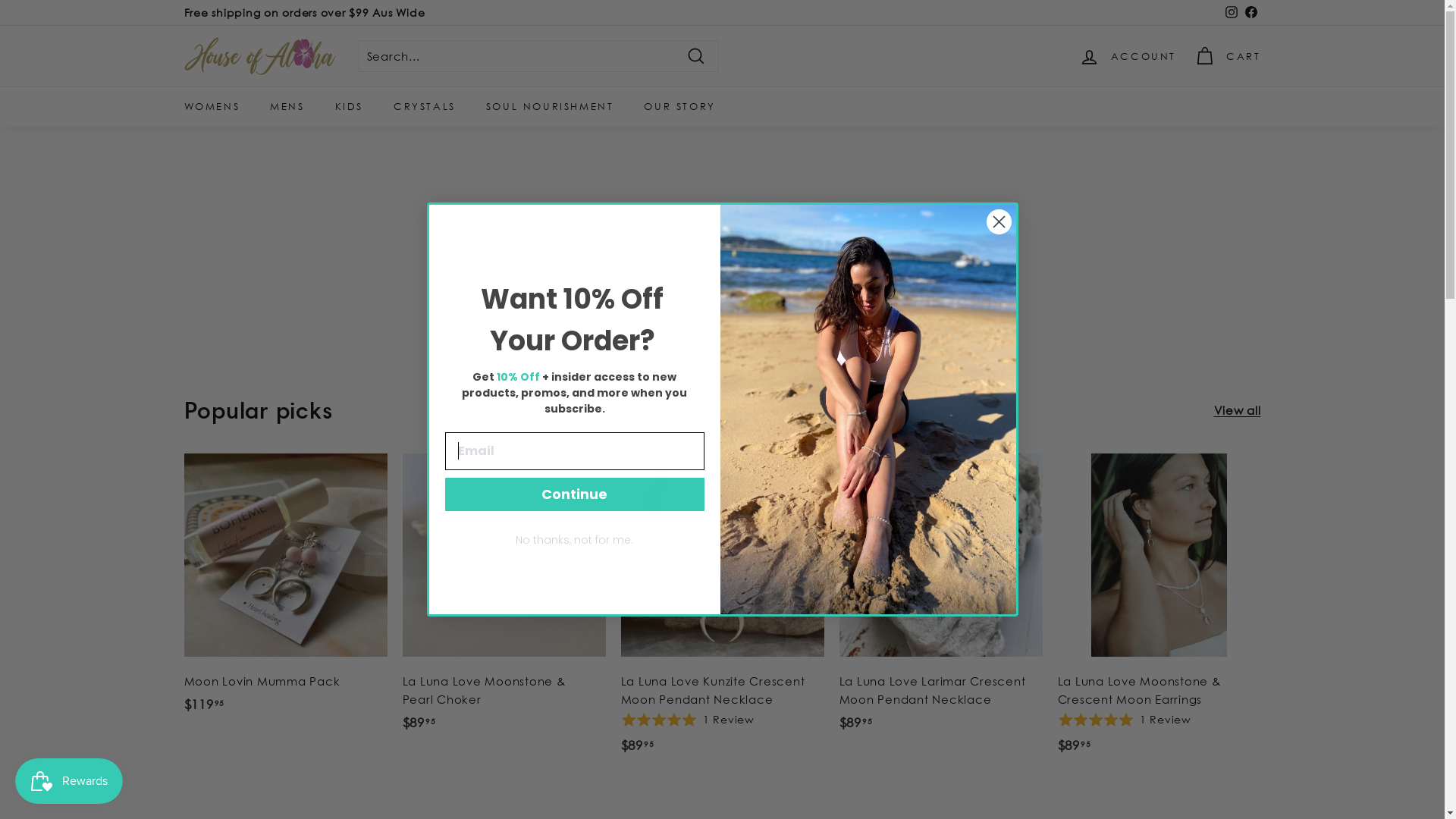 This screenshot has width=1456, height=819. I want to click on 'No thanks, not for me.', so click(573, 539).